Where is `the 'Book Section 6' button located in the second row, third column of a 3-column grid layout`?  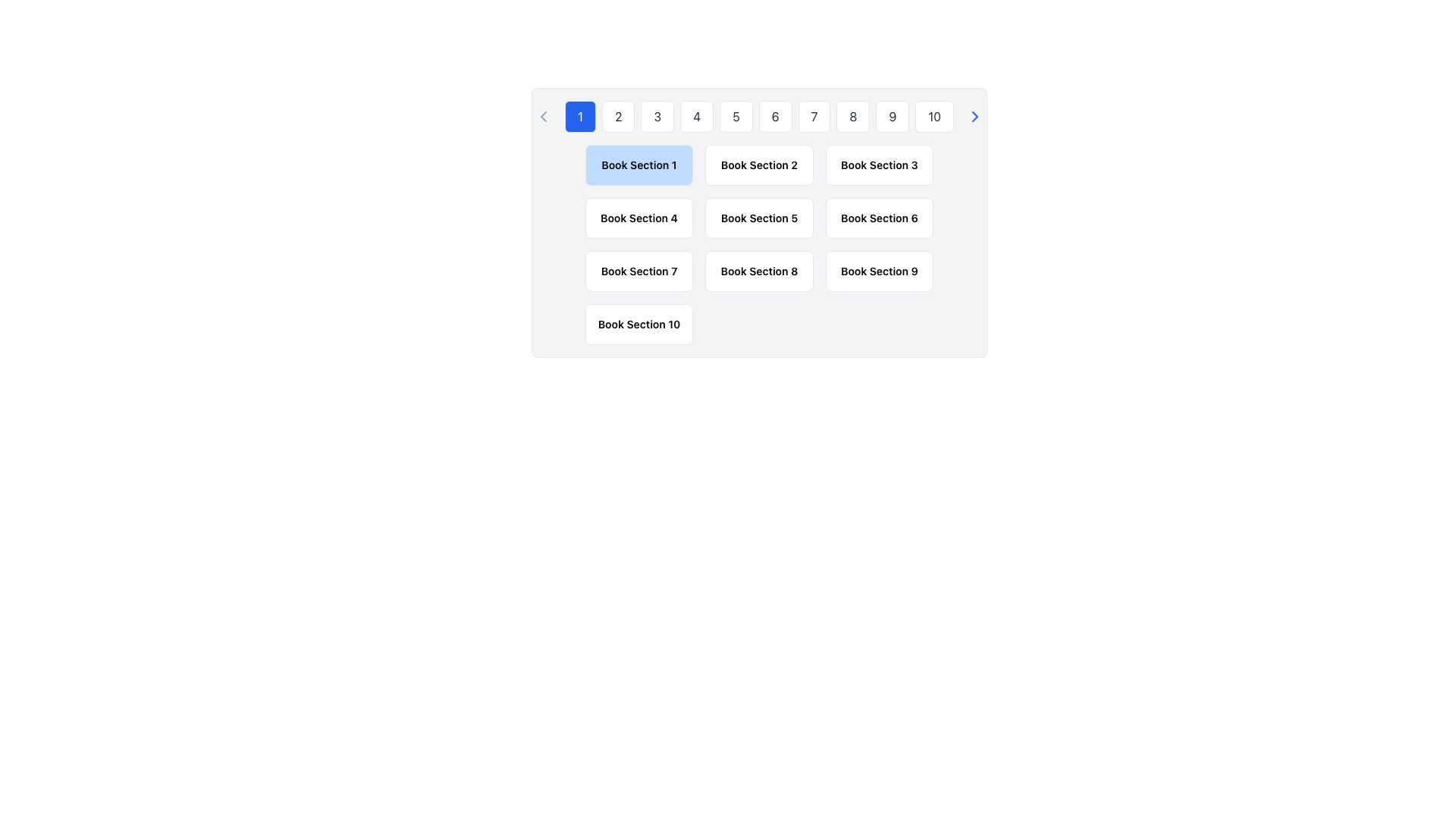 the 'Book Section 6' button located in the second row, third column of a 3-column grid layout is located at coordinates (879, 218).